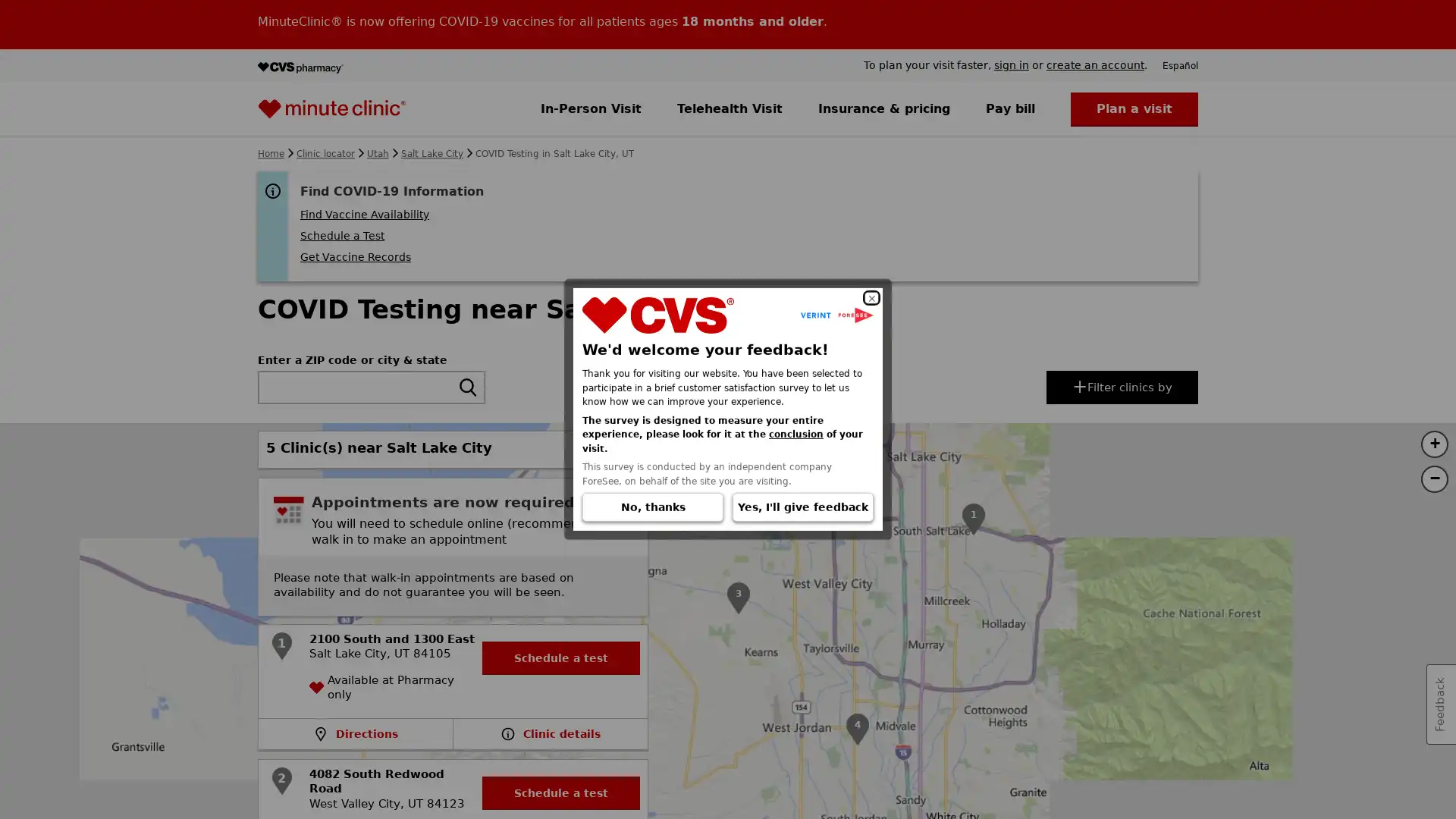 This screenshot has width=1456, height=819. I want to click on Filter or sort clinics by, so click(1122, 385).